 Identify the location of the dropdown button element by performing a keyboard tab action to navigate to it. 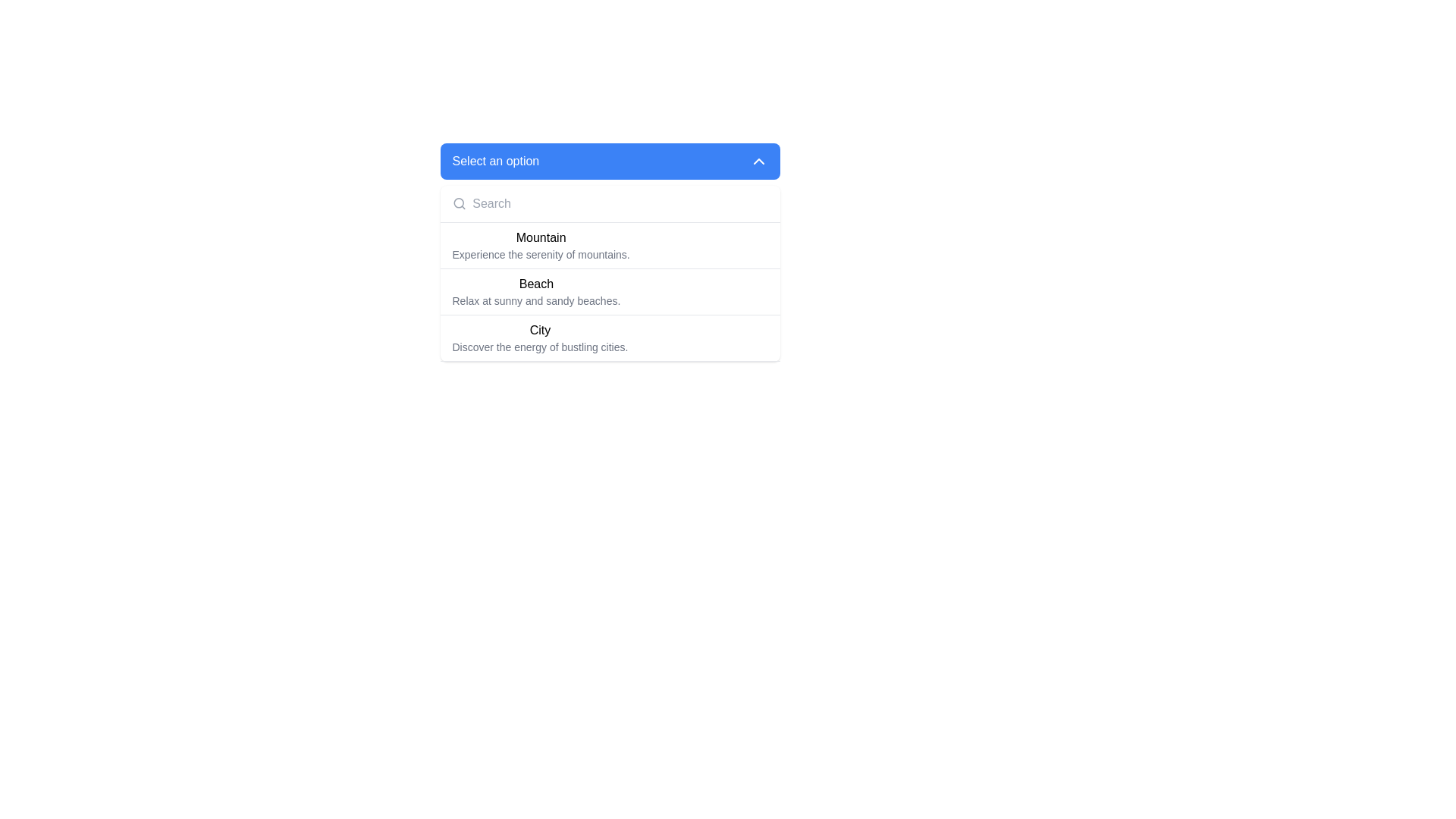
(610, 161).